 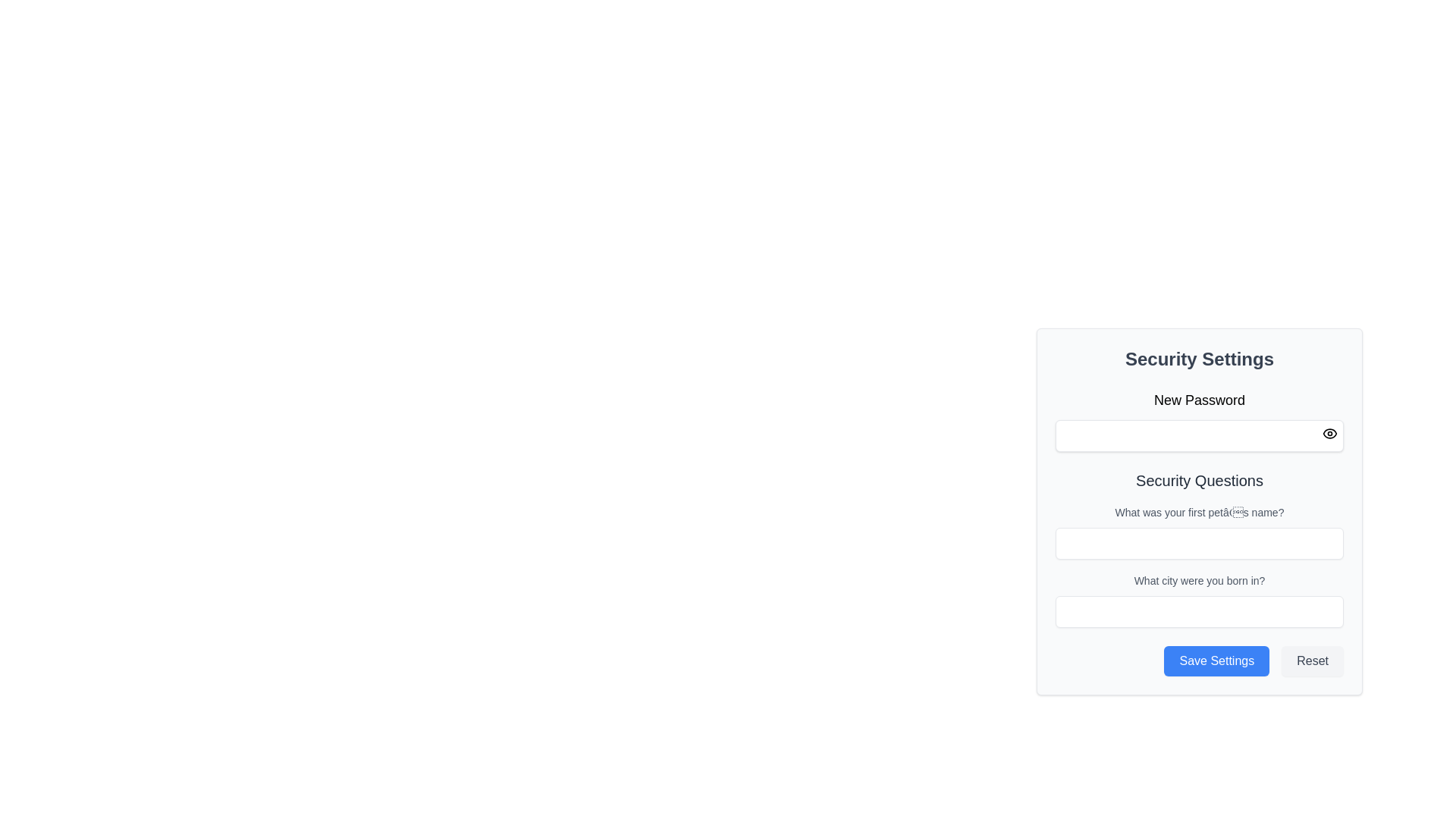 I want to click on the circular button with an eye icon located in the upper-right corner of the 'New Password' input field, so click(x=1329, y=433).